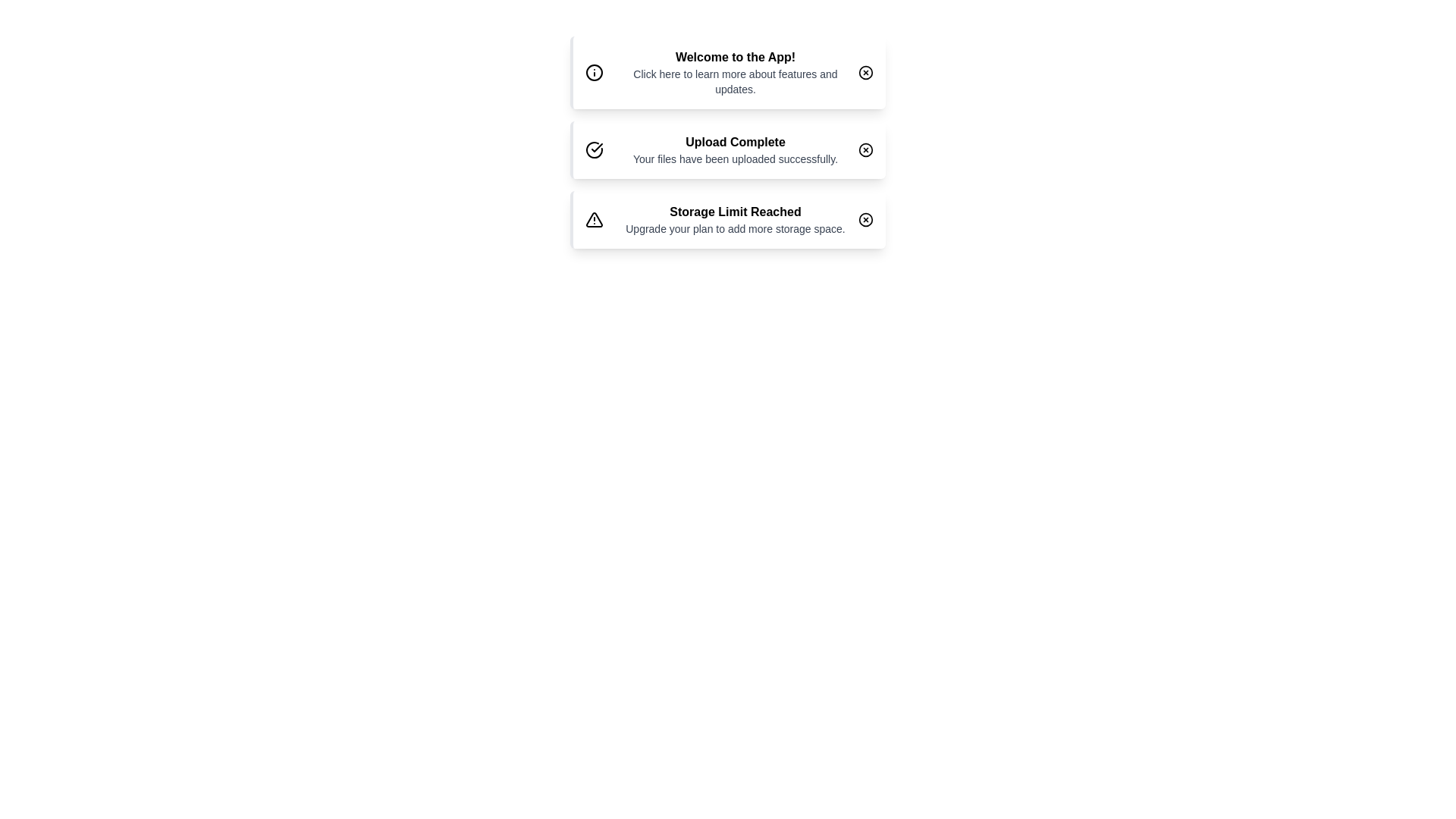  Describe the element at coordinates (735, 82) in the screenshot. I see `the notification text to learn more` at that location.